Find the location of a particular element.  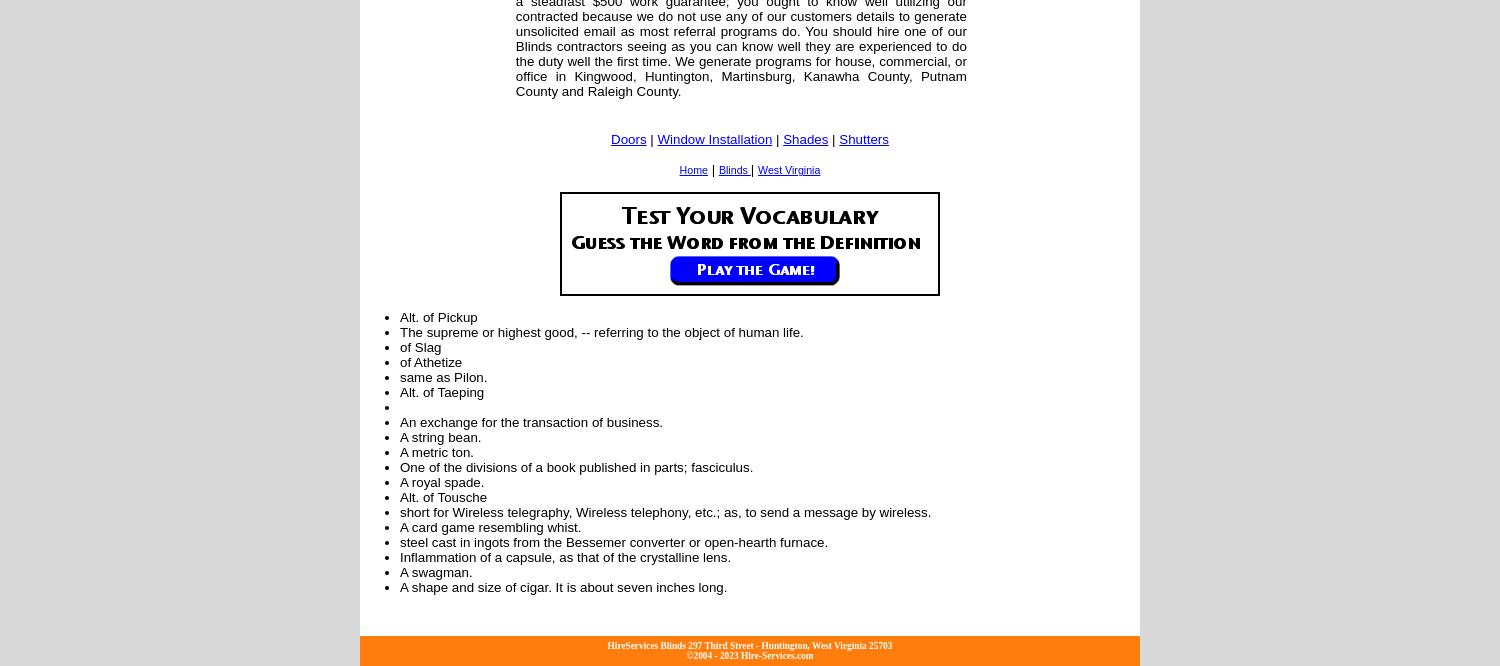

'A string bean.' is located at coordinates (400, 435).